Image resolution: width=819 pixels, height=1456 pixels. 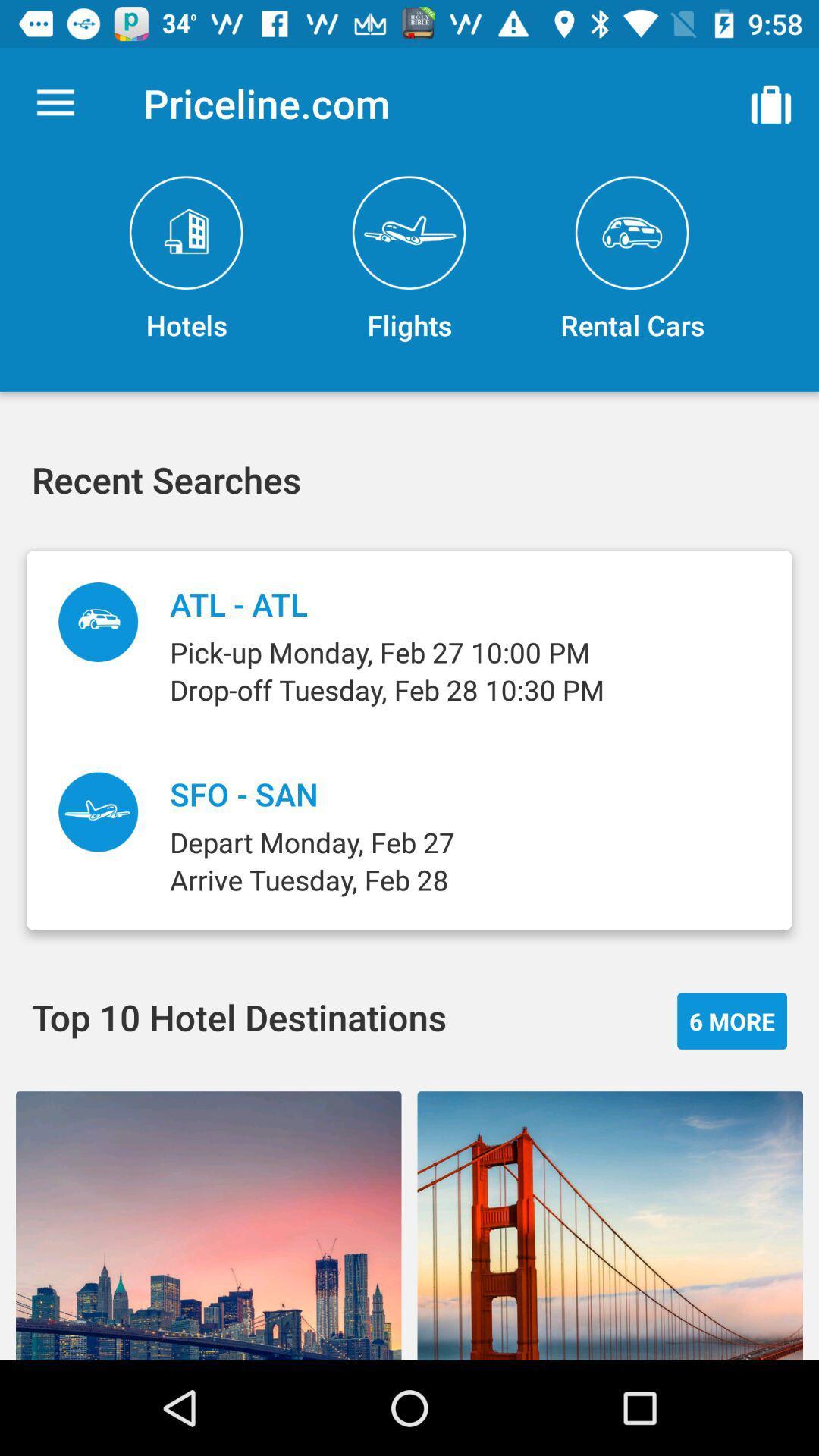 I want to click on item above pick up monday item, so click(x=632, y=259).